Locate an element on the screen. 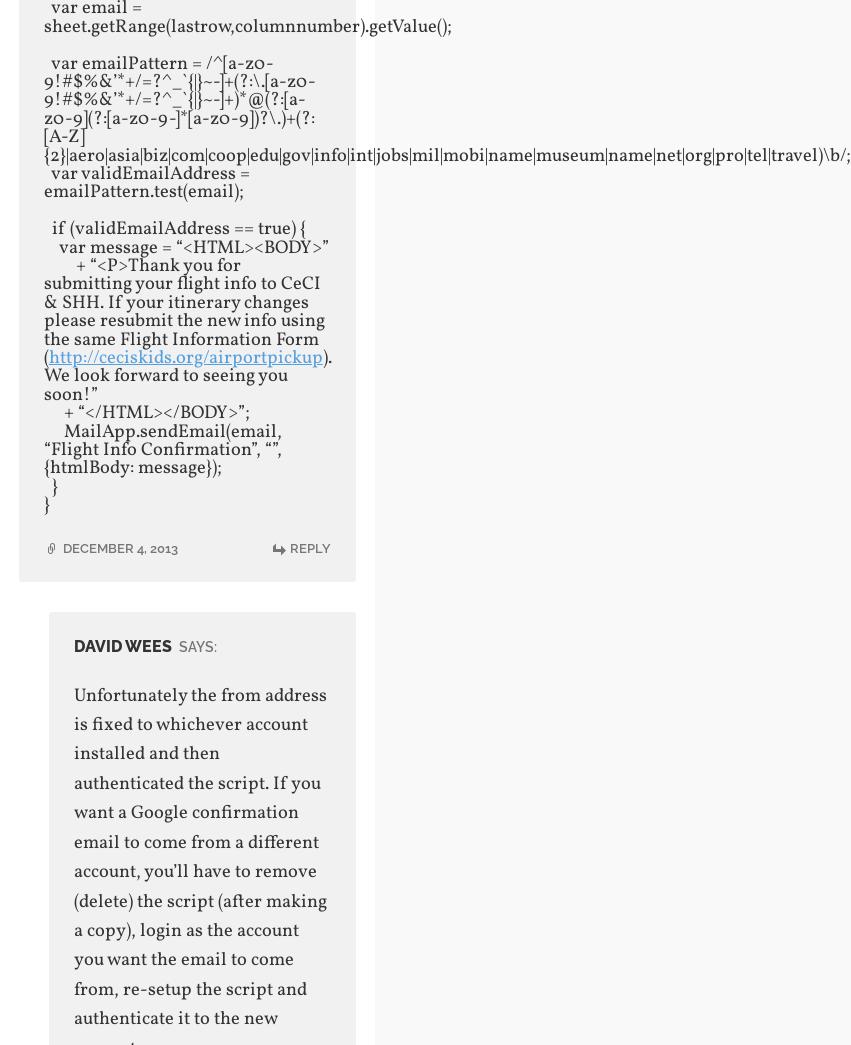 The image size is (851, 1045). 'http://ceciskids.org/airportpickup' is located at coordinates (184, 357).